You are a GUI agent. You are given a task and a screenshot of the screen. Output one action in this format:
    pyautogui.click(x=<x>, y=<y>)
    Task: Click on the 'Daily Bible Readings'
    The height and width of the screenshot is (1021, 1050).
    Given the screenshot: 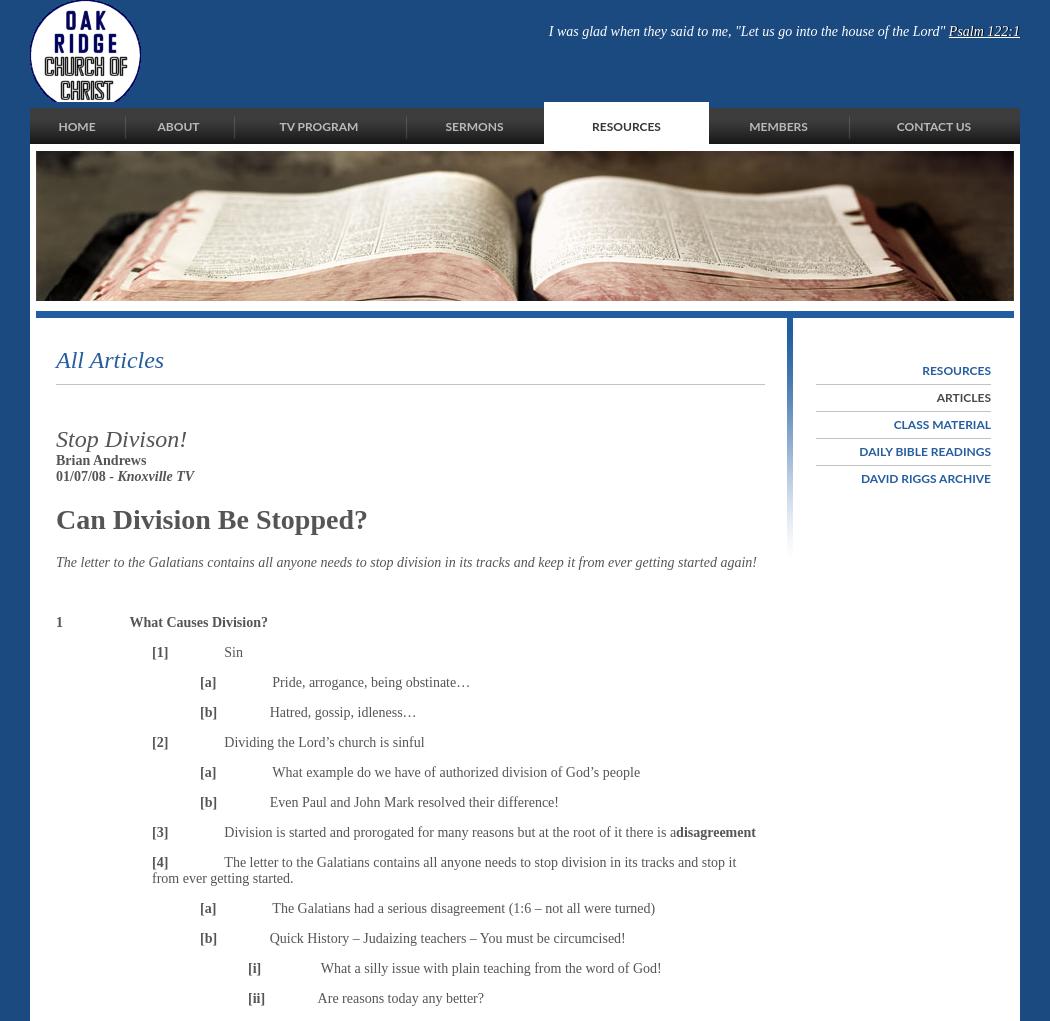 What is the action you would take?
    pyautogui.click(x=925, y=451)
    